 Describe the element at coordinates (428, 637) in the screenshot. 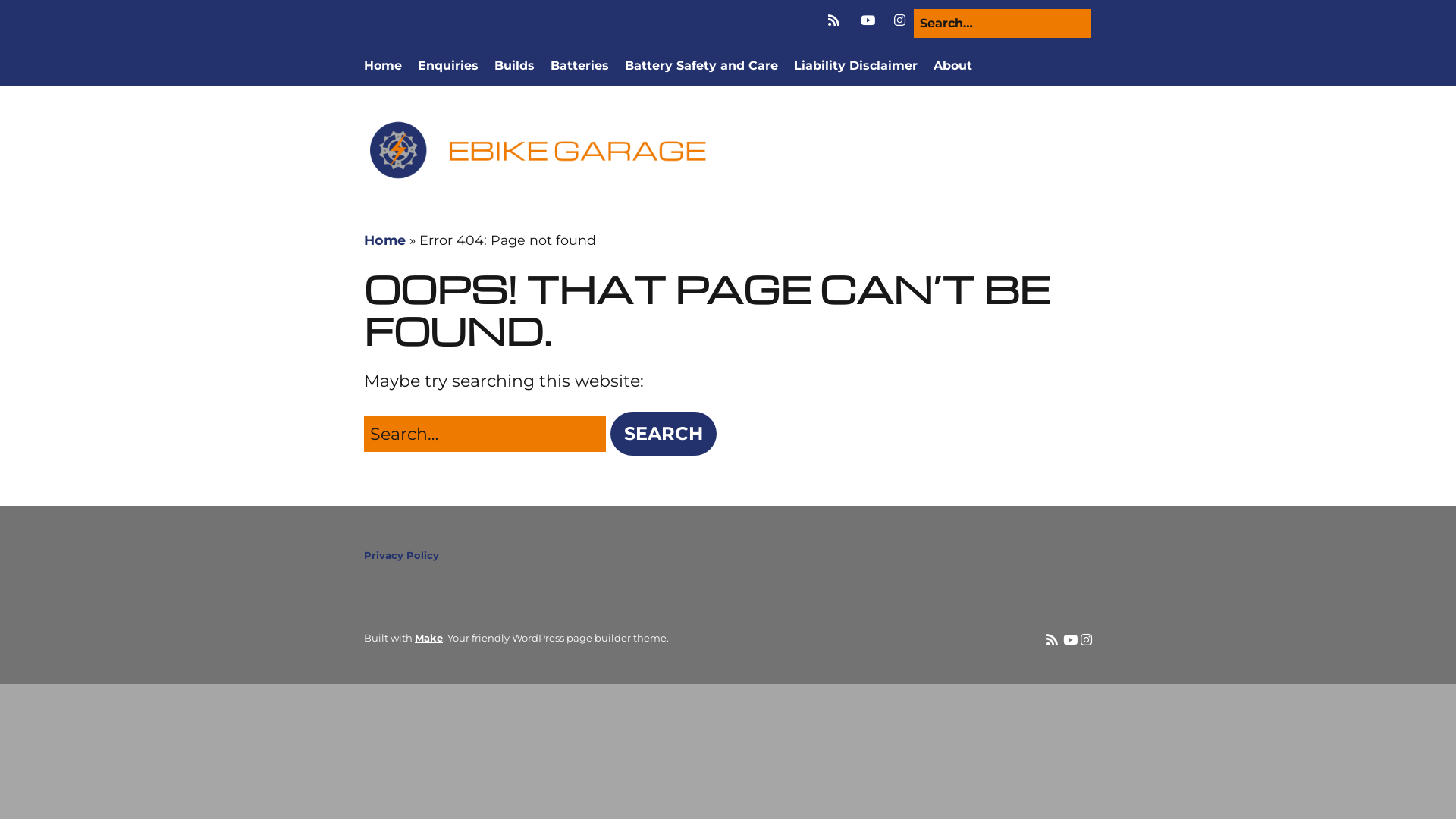

I see `'Make'` at that location.